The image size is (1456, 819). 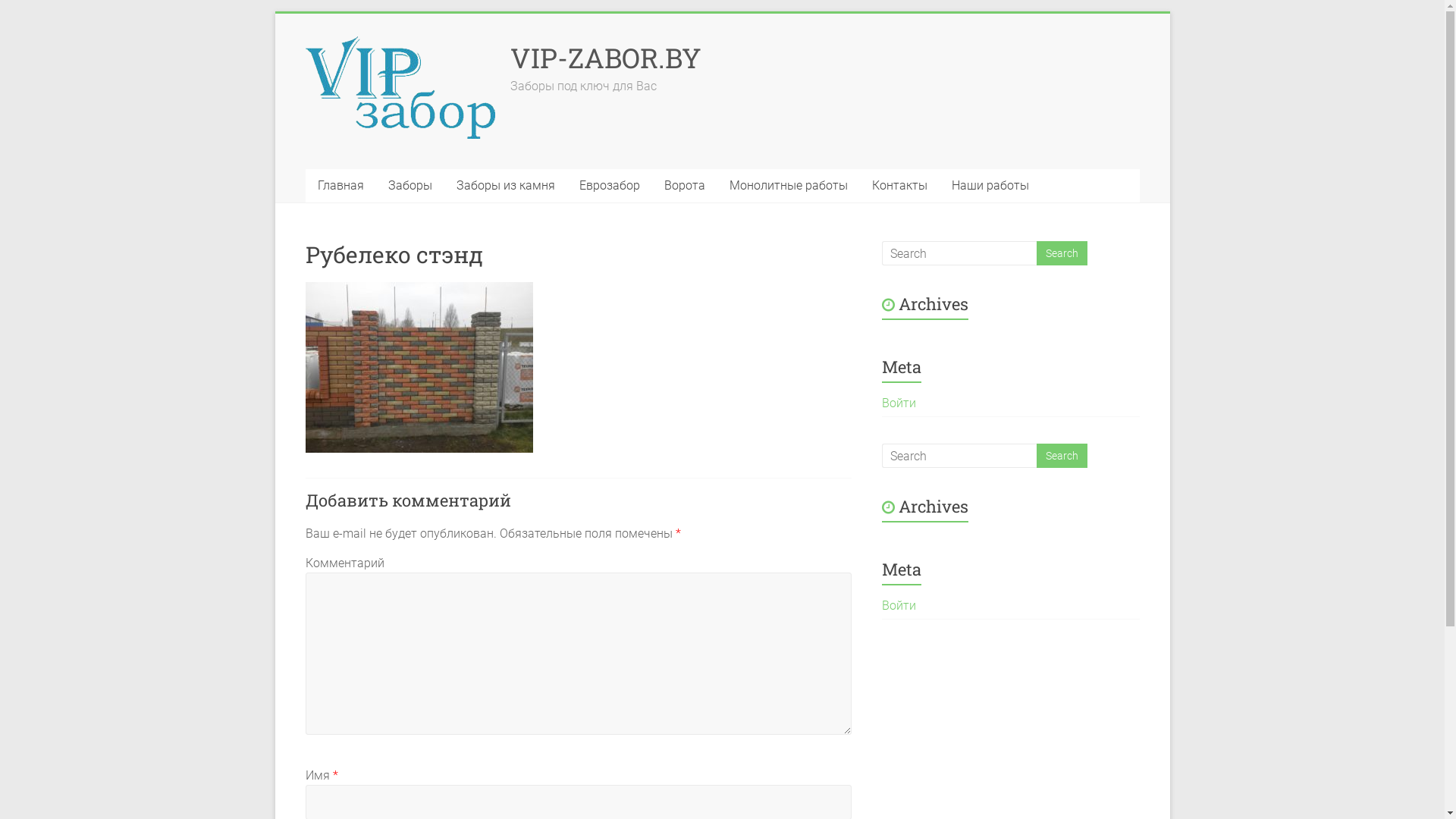 What do you see at coordinates (604, 57) in the screenshot?
I see `'VIP-ZABOR.BY'` at bounding box center [604, 57].